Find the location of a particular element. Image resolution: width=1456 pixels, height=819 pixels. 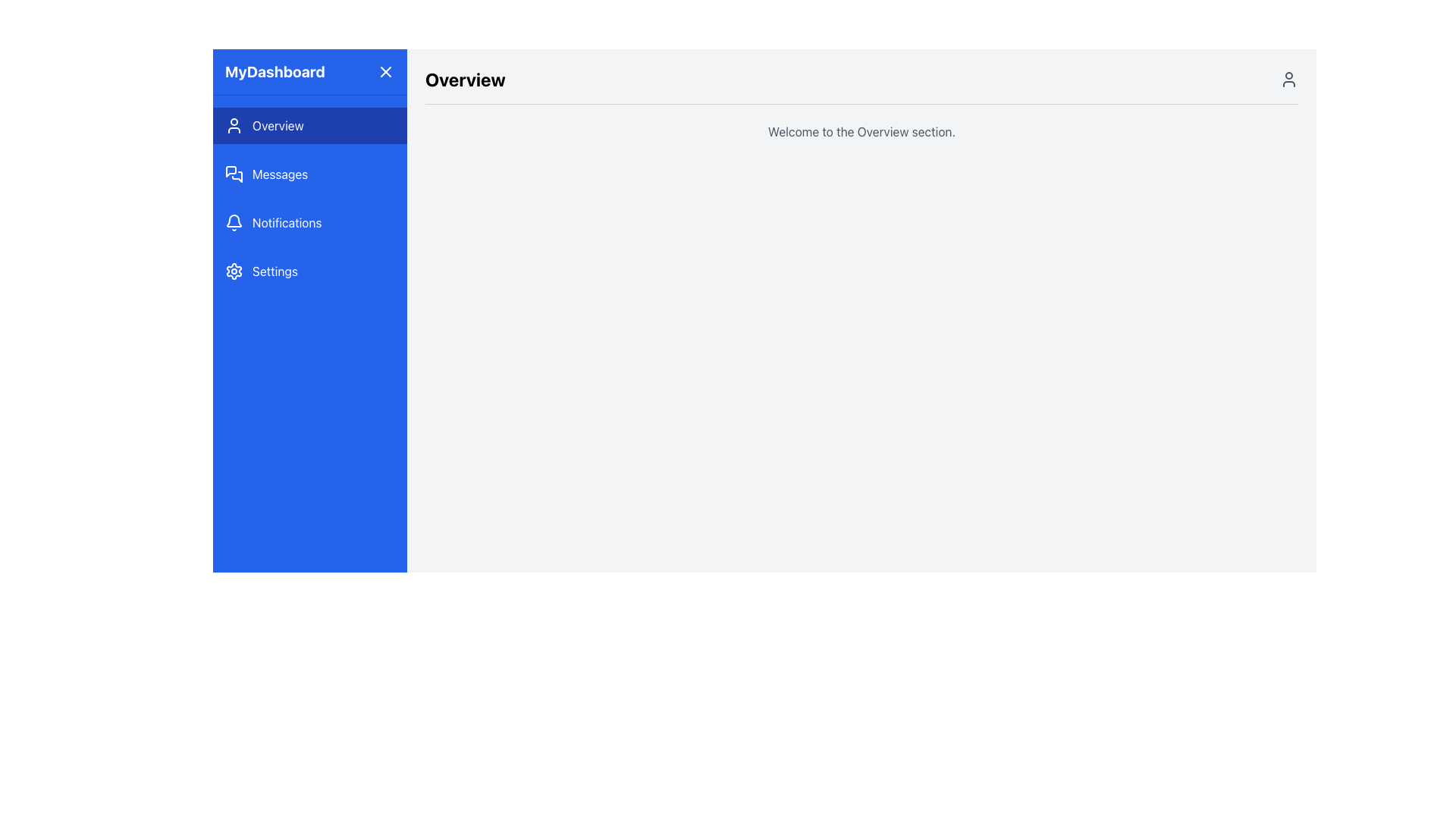

the 'Messages' navigation label in the sidebar located between 'Overview' and 'Notifications' is located at coordinates (280, 174).